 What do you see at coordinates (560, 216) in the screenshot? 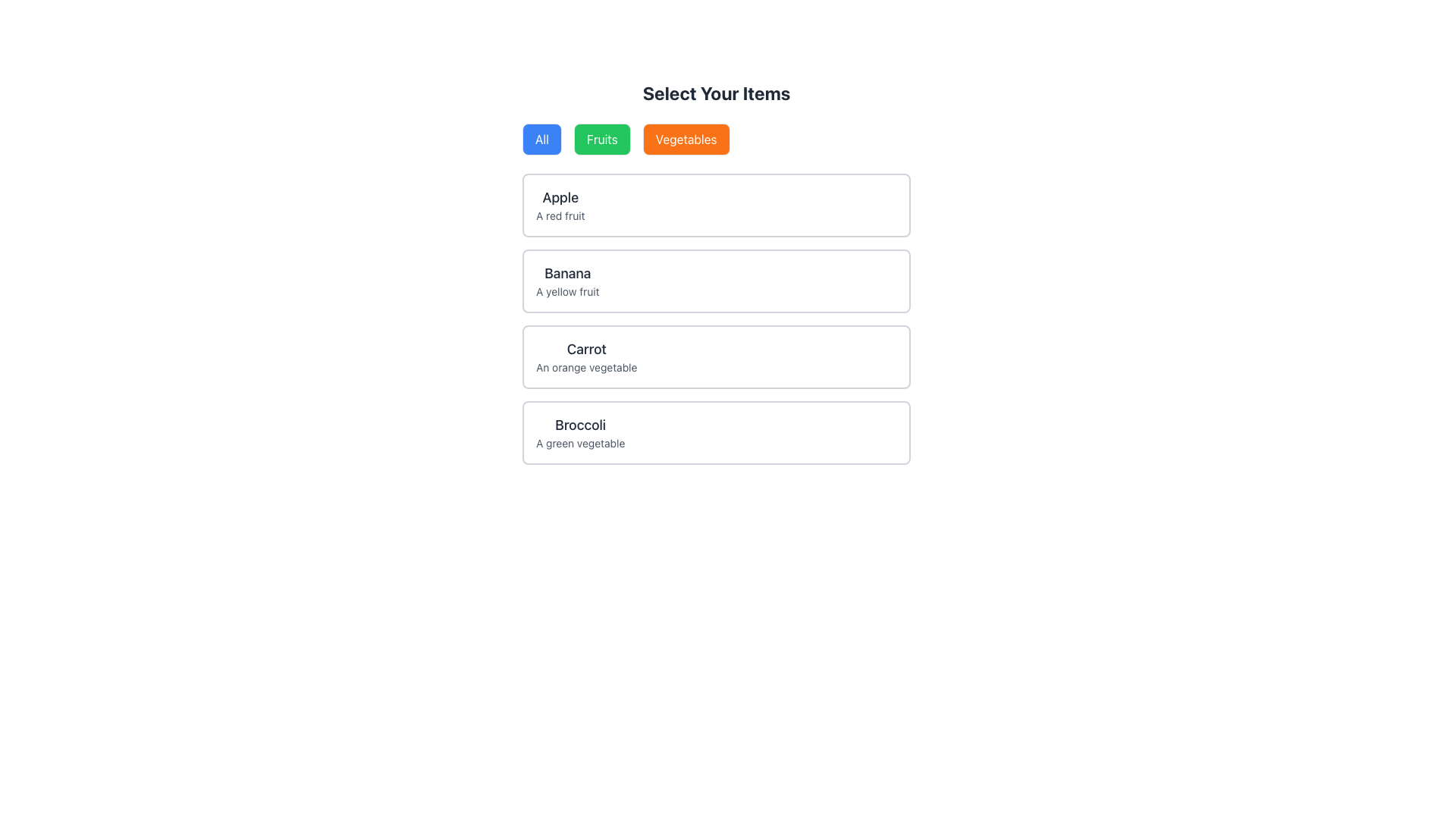
I see `the text label that reads 'A red fruit', which is styled in a smaller font with a lighter gray color and located directly beneath the larger, bold text 'Apple'` at bounding box center [560, 216].